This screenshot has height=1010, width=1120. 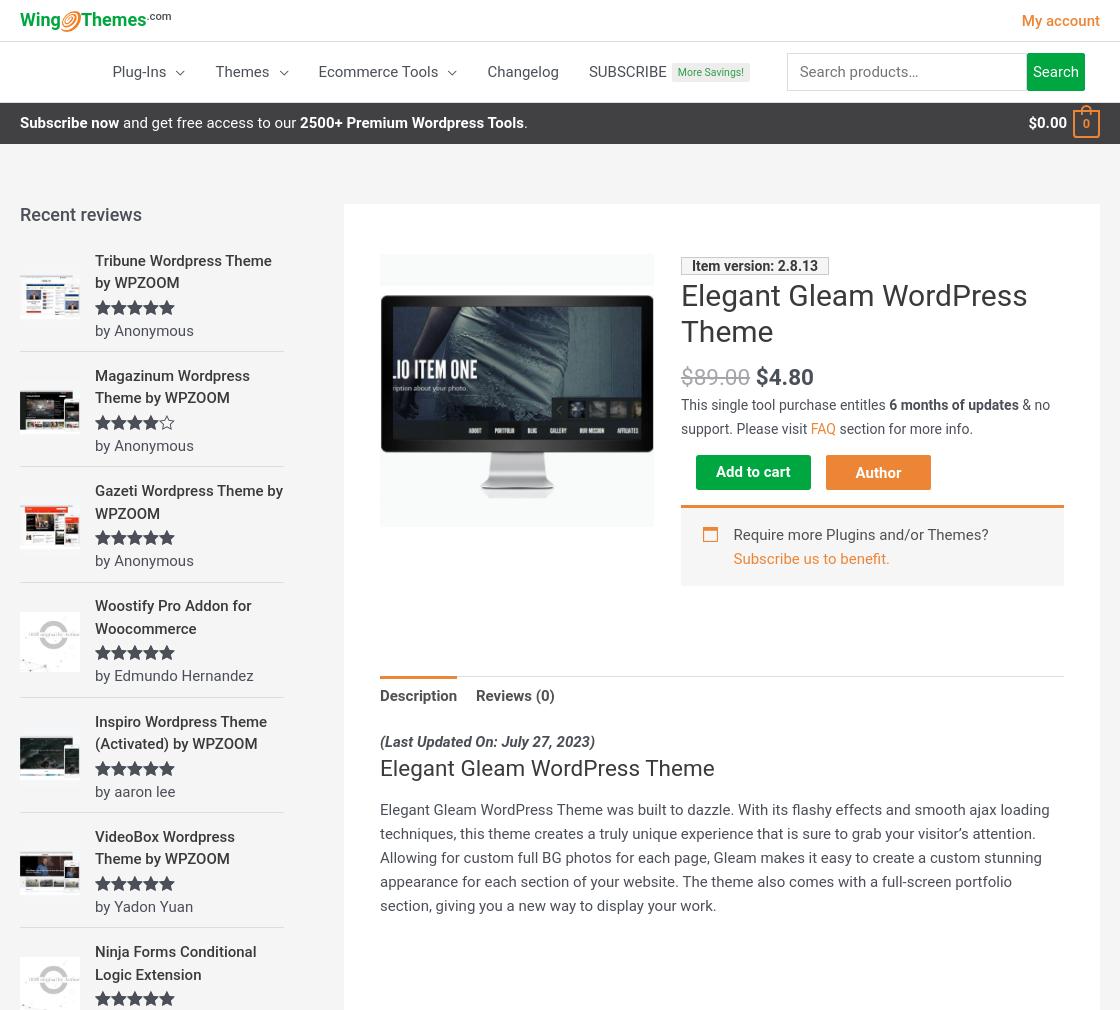 I want to click on 'by Yadon Yuan', so click(x=144, y=905).